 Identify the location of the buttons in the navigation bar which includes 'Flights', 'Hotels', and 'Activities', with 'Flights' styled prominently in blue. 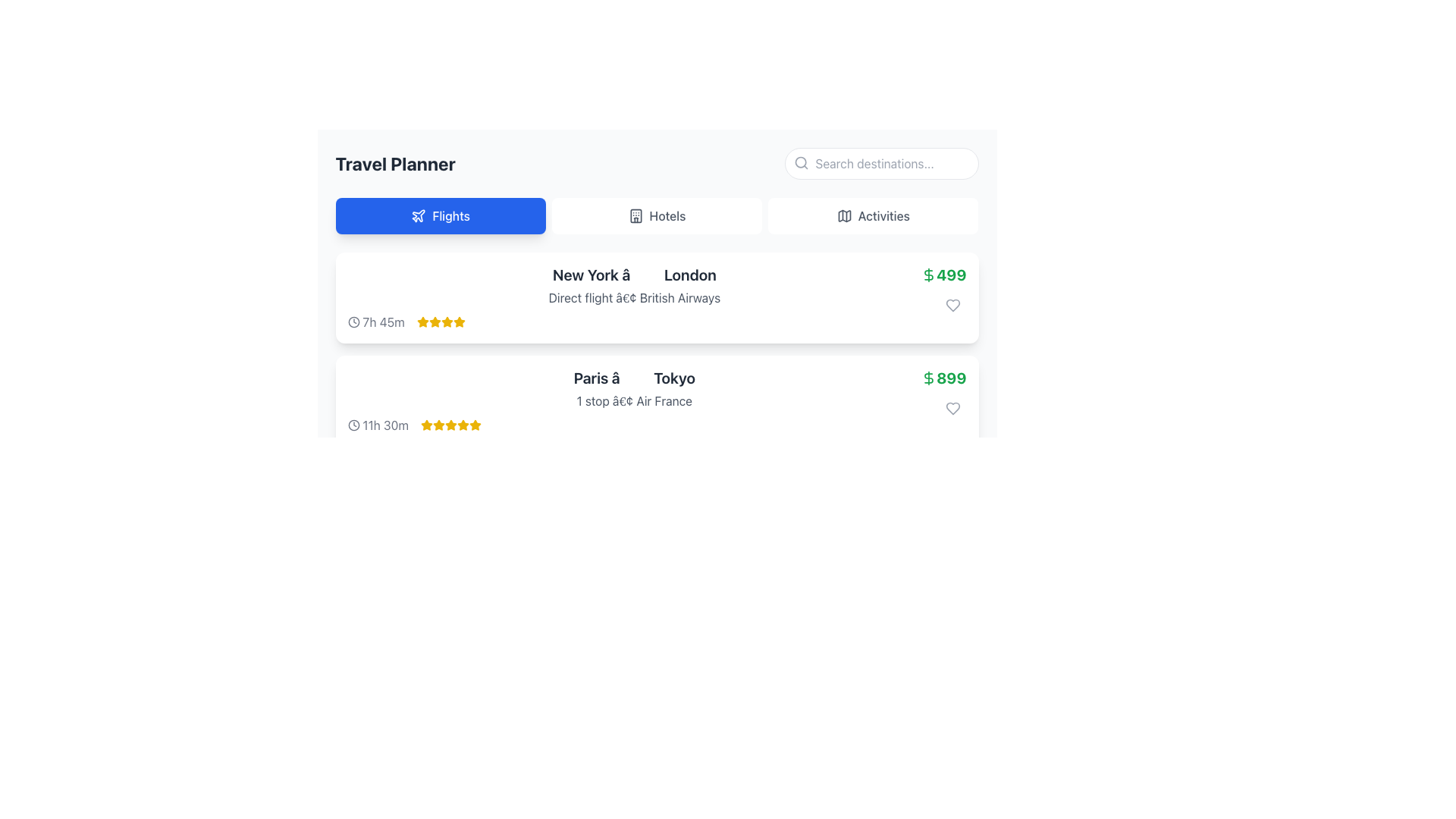
(657, 216).